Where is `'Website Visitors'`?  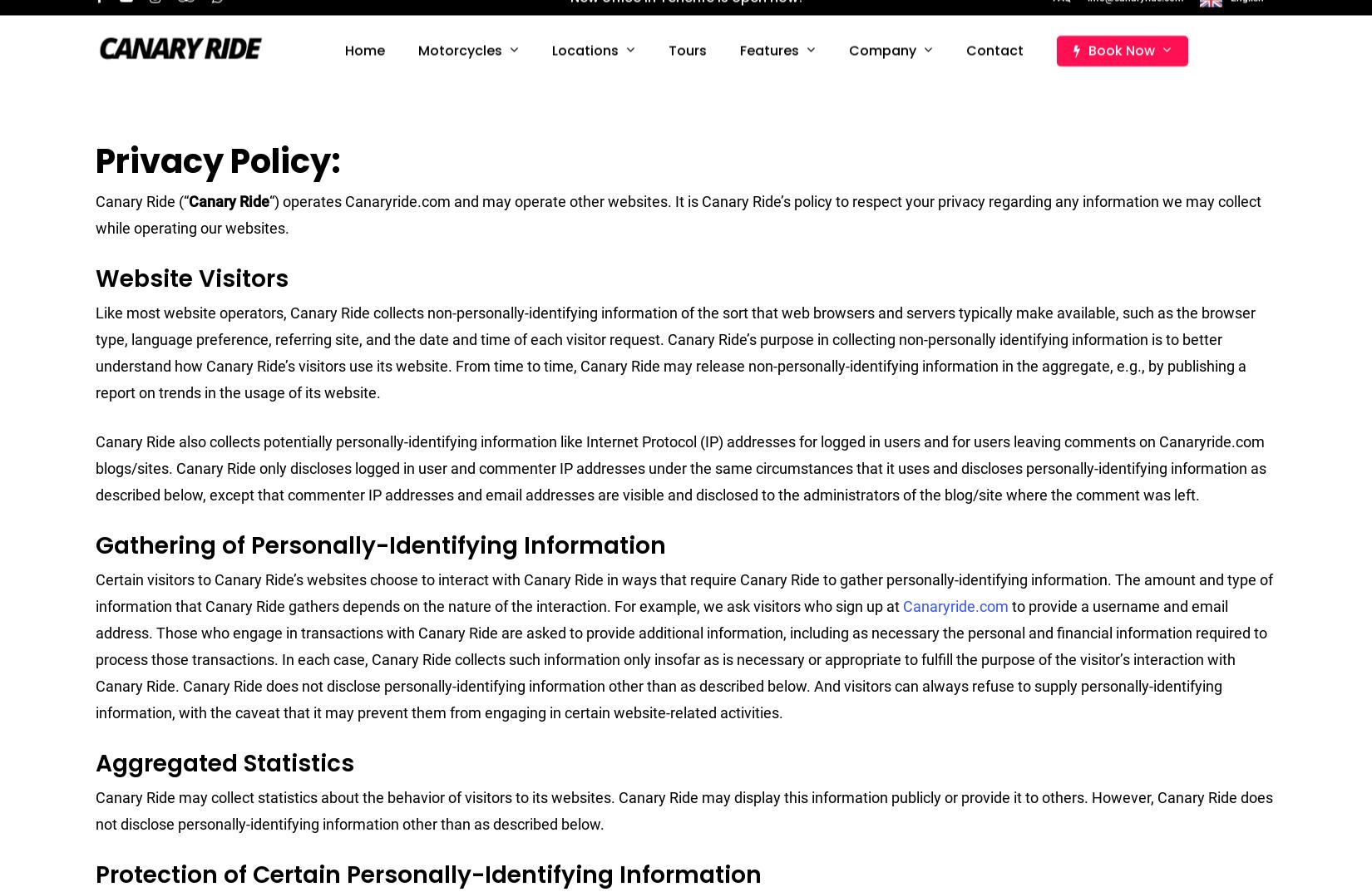 'Website Visitors' is located at coordinates (96, 278).